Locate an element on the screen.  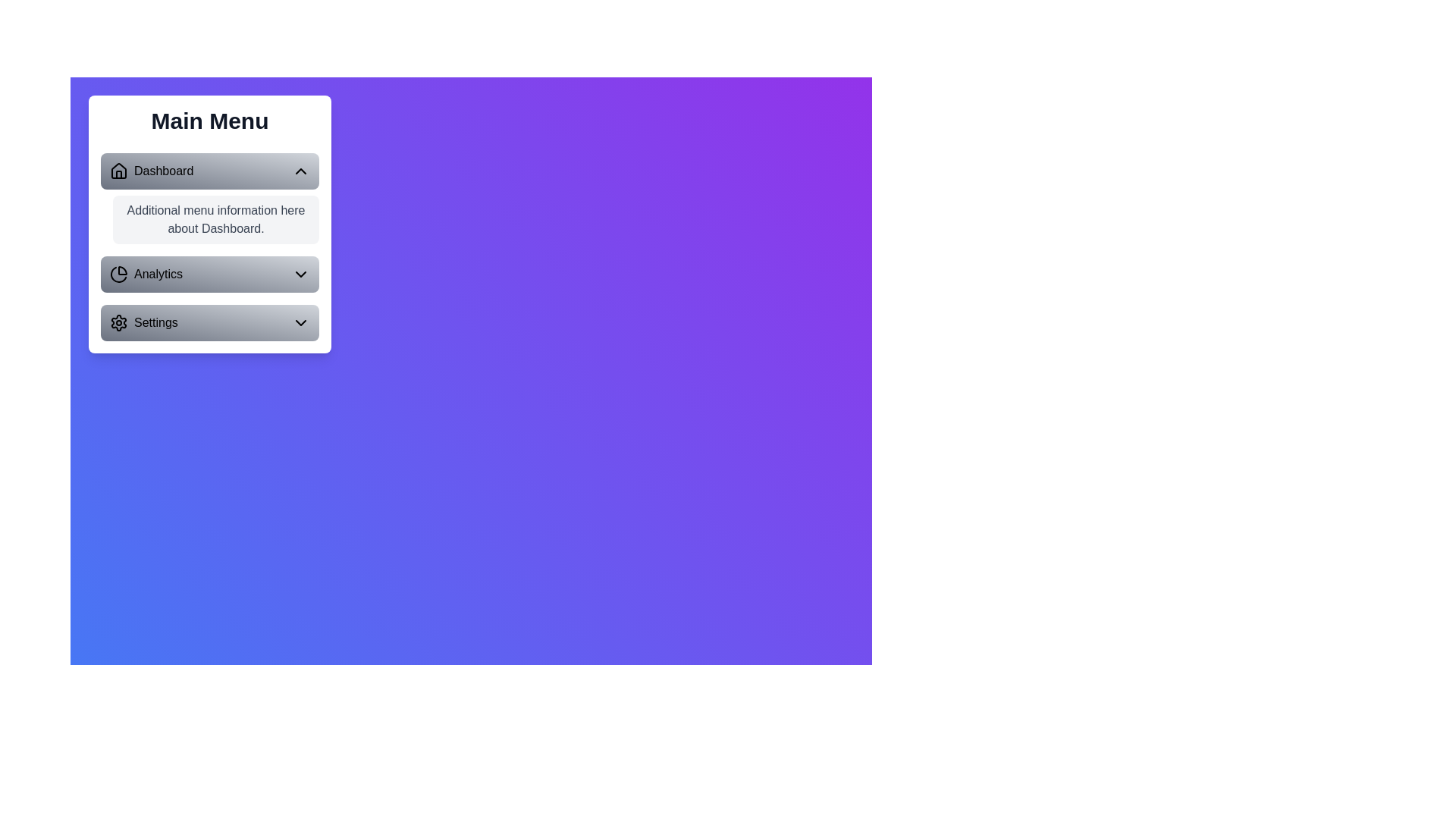
the gear icon located inside the 'Settings' menu option at the bottom of the main navigation menu is located at coordinates (118, 322).